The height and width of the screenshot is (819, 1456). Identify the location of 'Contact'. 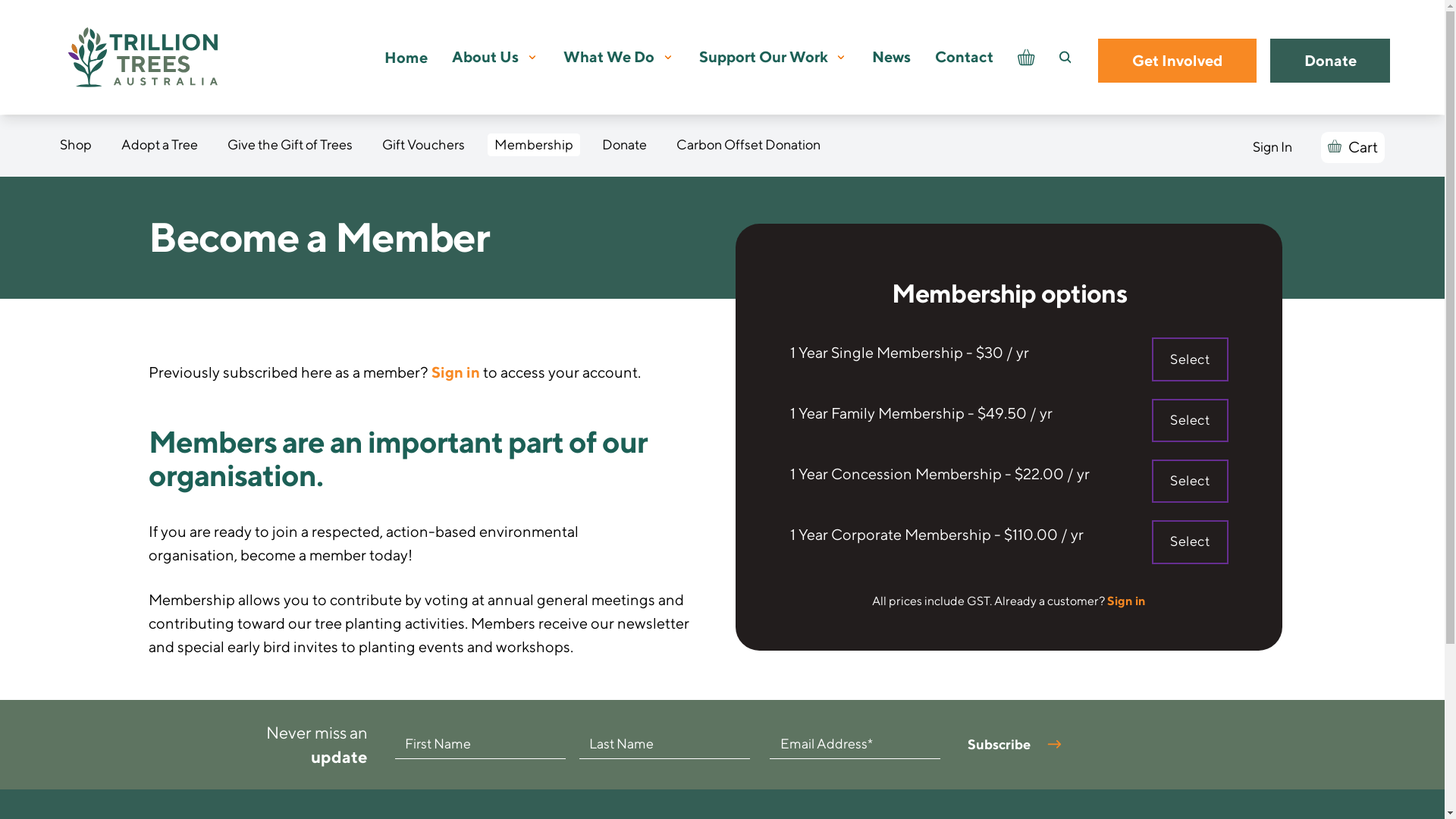
(963, 56).